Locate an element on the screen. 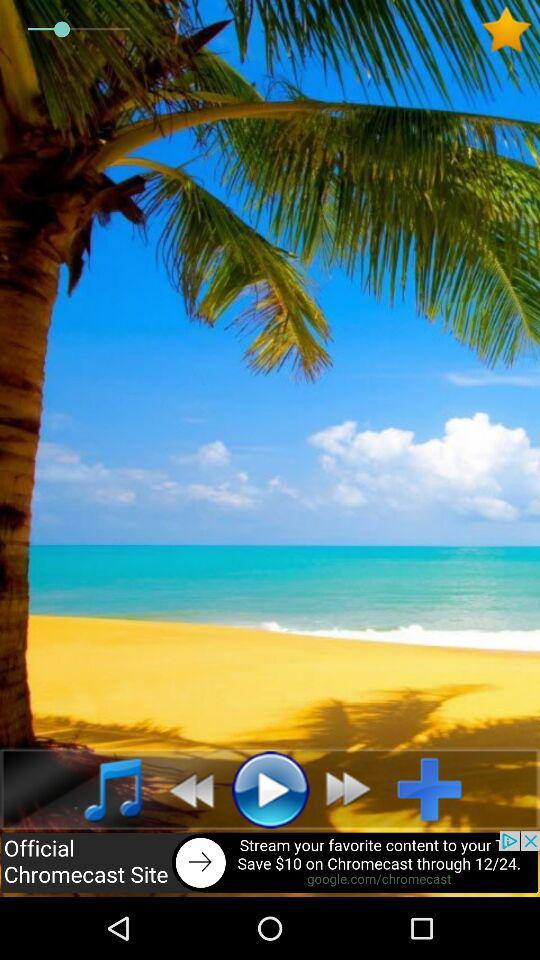  forward is located at coordinates (353, 789).